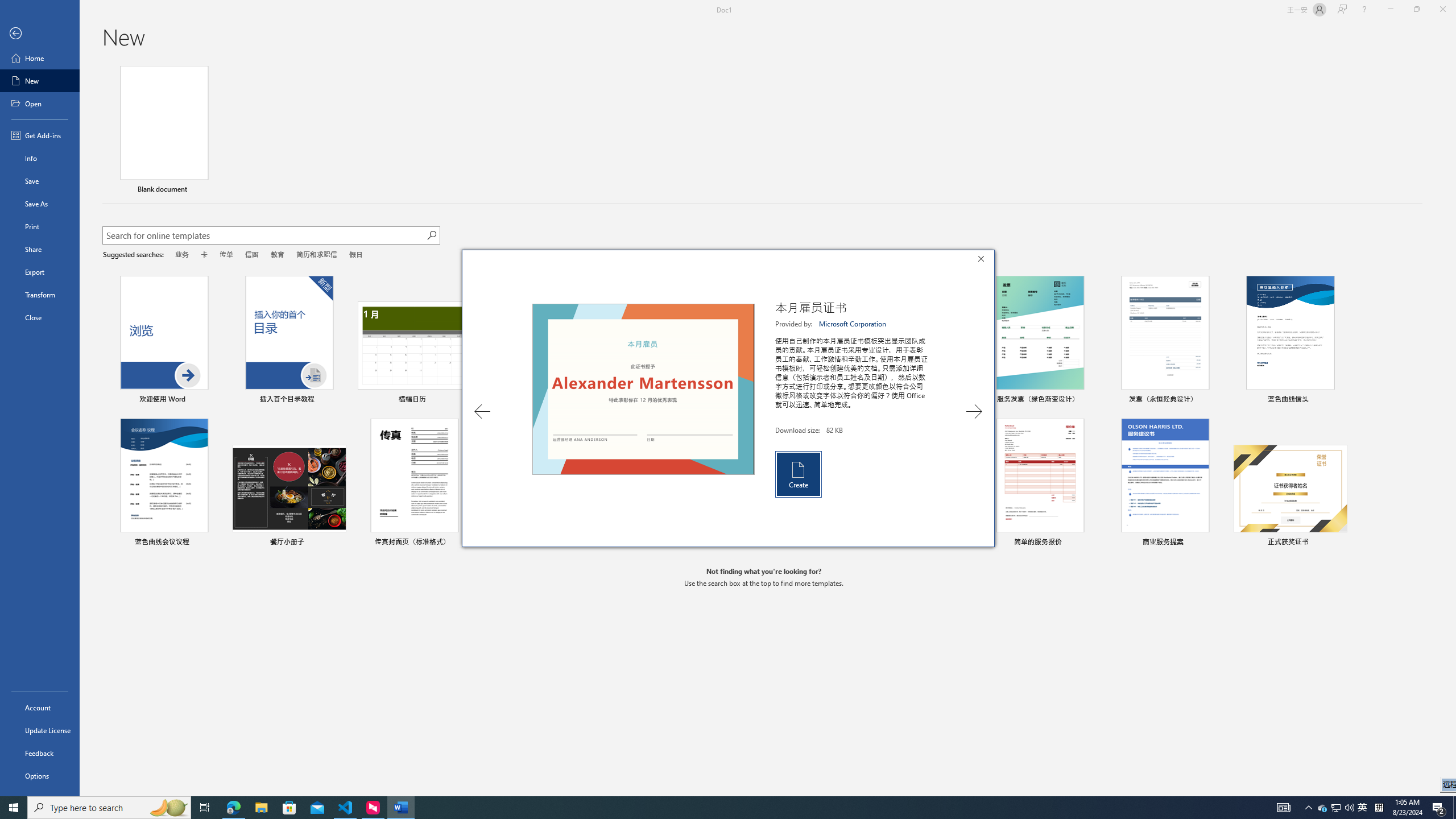 Image resolution: width=1456 pixels, height=819 pixels. What do you see at coordinates (39, 753) in the screenshot?
I see `'Feedback'` at bounding box center [39, 753].